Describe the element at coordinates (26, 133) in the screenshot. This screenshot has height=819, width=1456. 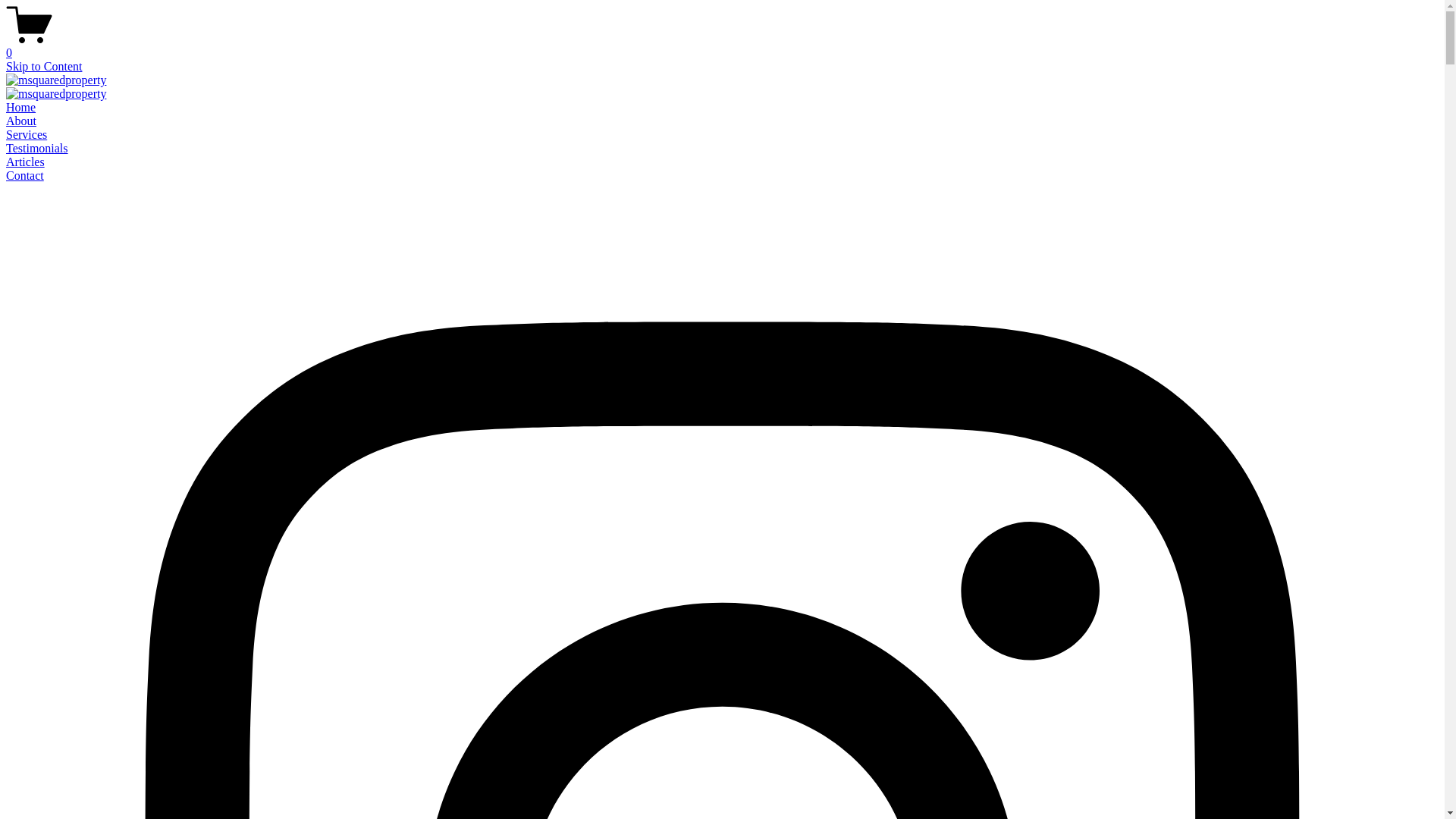
I see `'Services'` at that location.